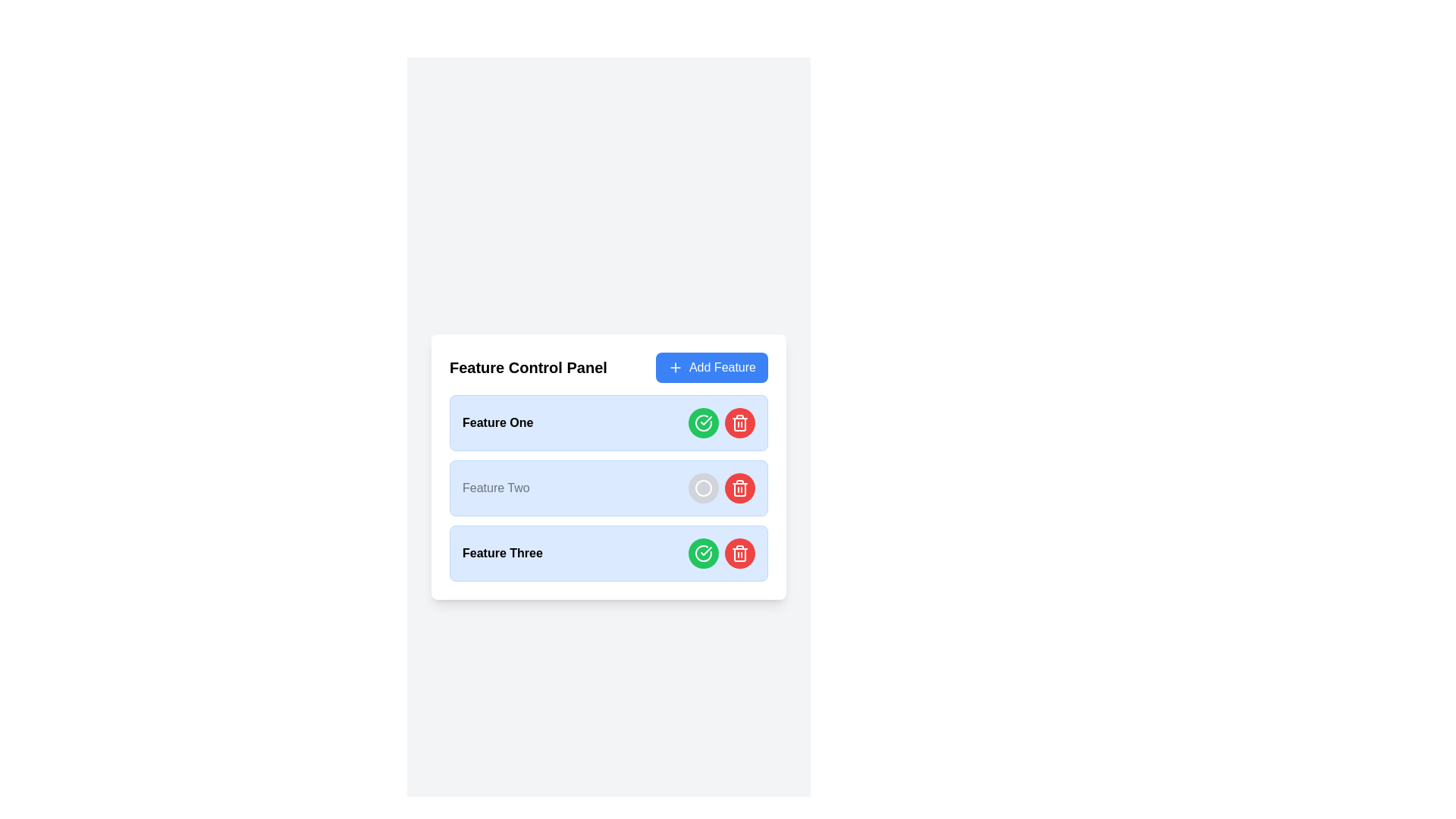 This screenshot has height=819, width=1456. Describe the element at coordinates (702, 423) in the screenshot. I see `the Icon button located to the right of the 'Feature One' entry in the Feature Control Panel` at that location.